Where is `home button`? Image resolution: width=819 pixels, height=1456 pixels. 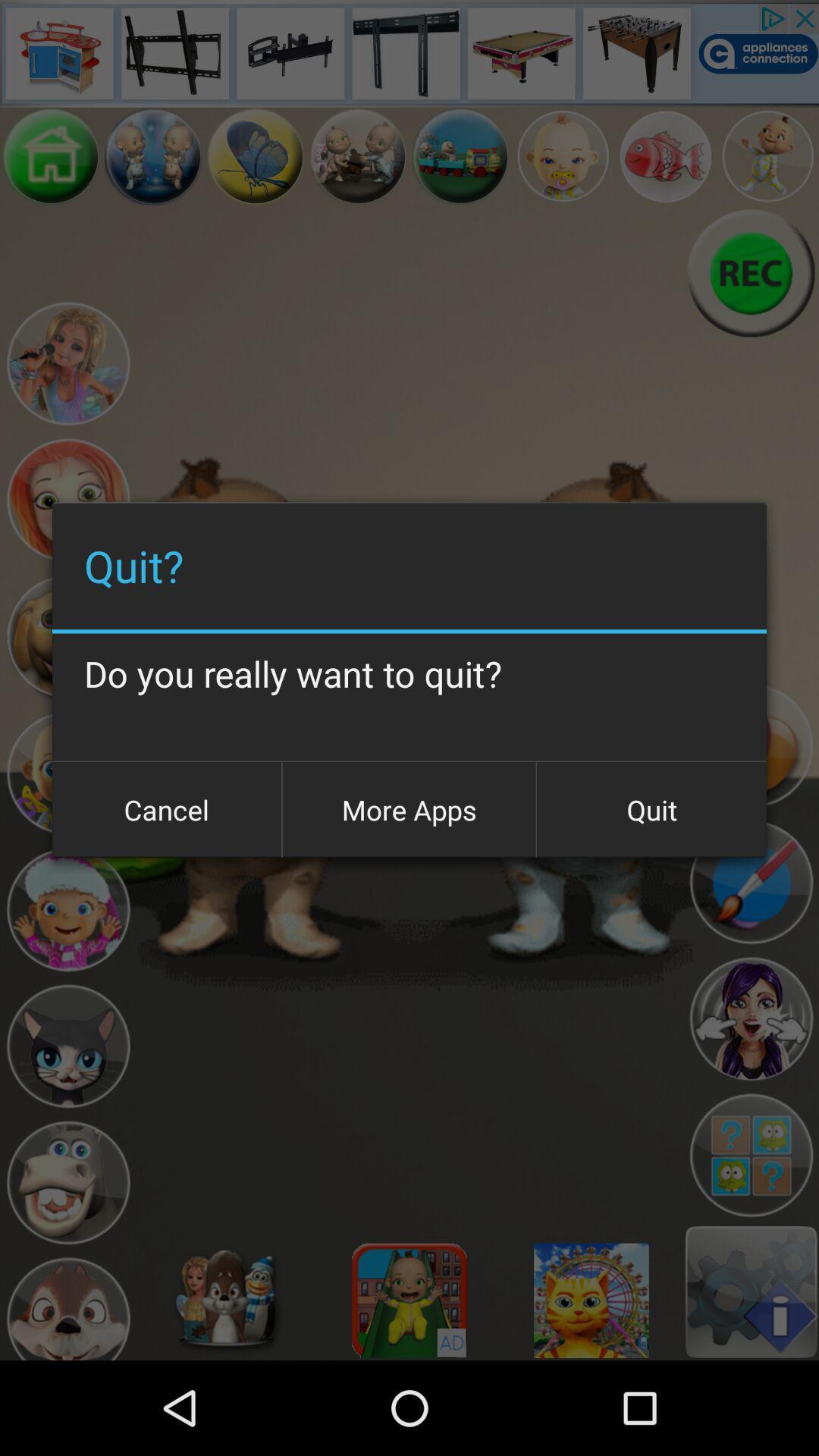
home button is located at coordinates (50, 156).